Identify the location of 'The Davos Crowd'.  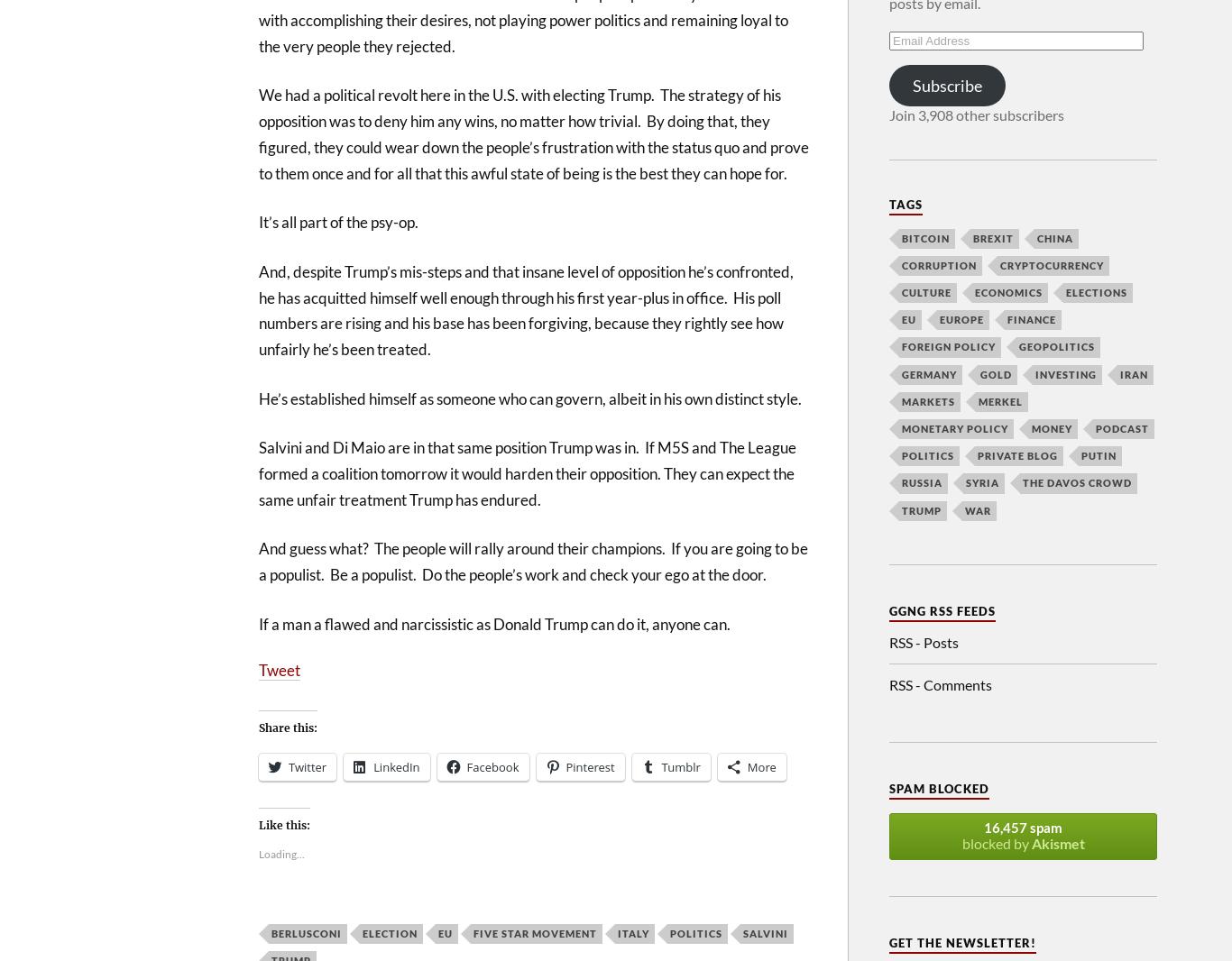
(1077, 481).